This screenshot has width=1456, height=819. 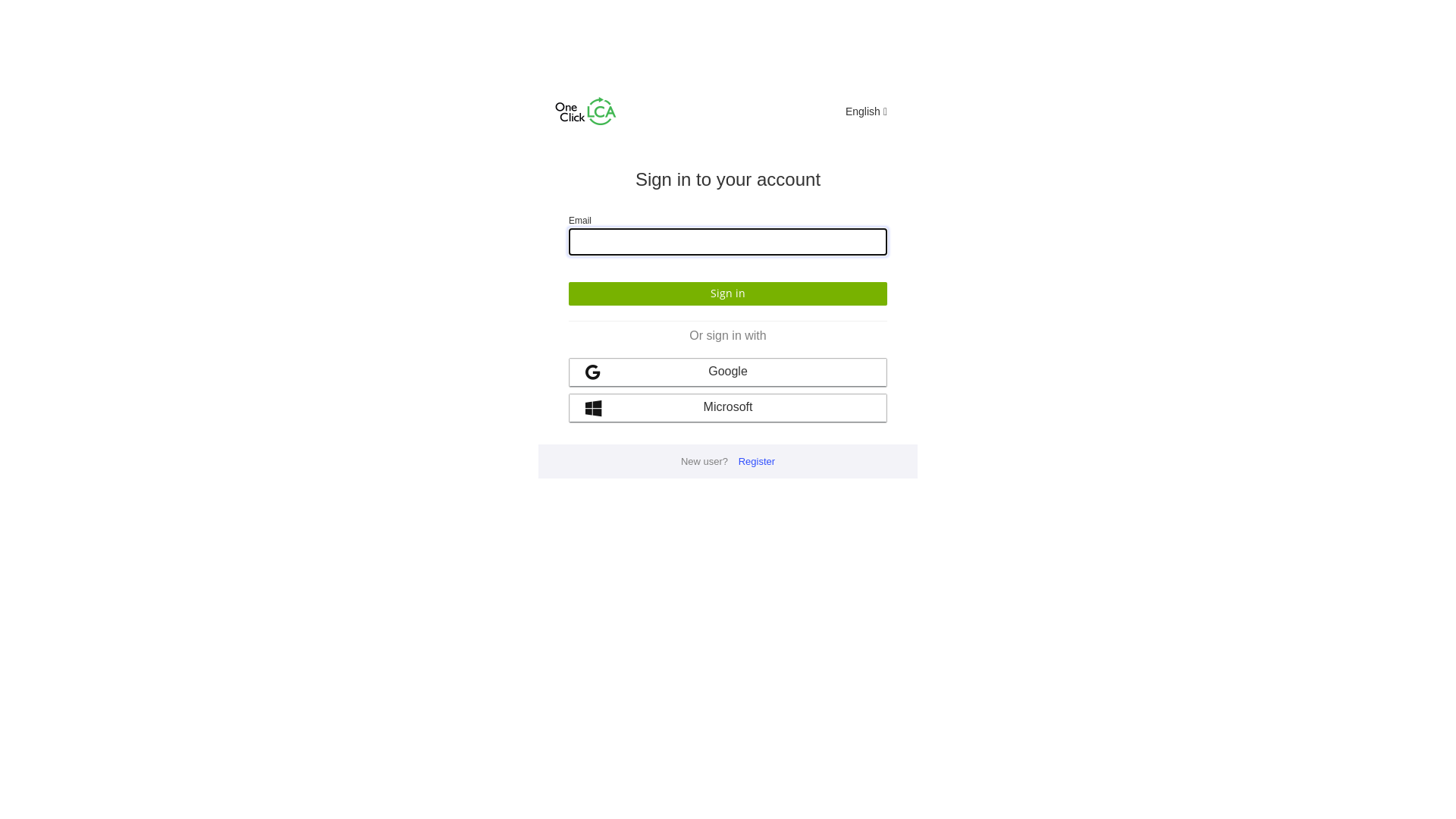 What do you see at coordinates (728, 293) in the screenshot?
I see `'Sign in'` at bounding box center [728, 293].